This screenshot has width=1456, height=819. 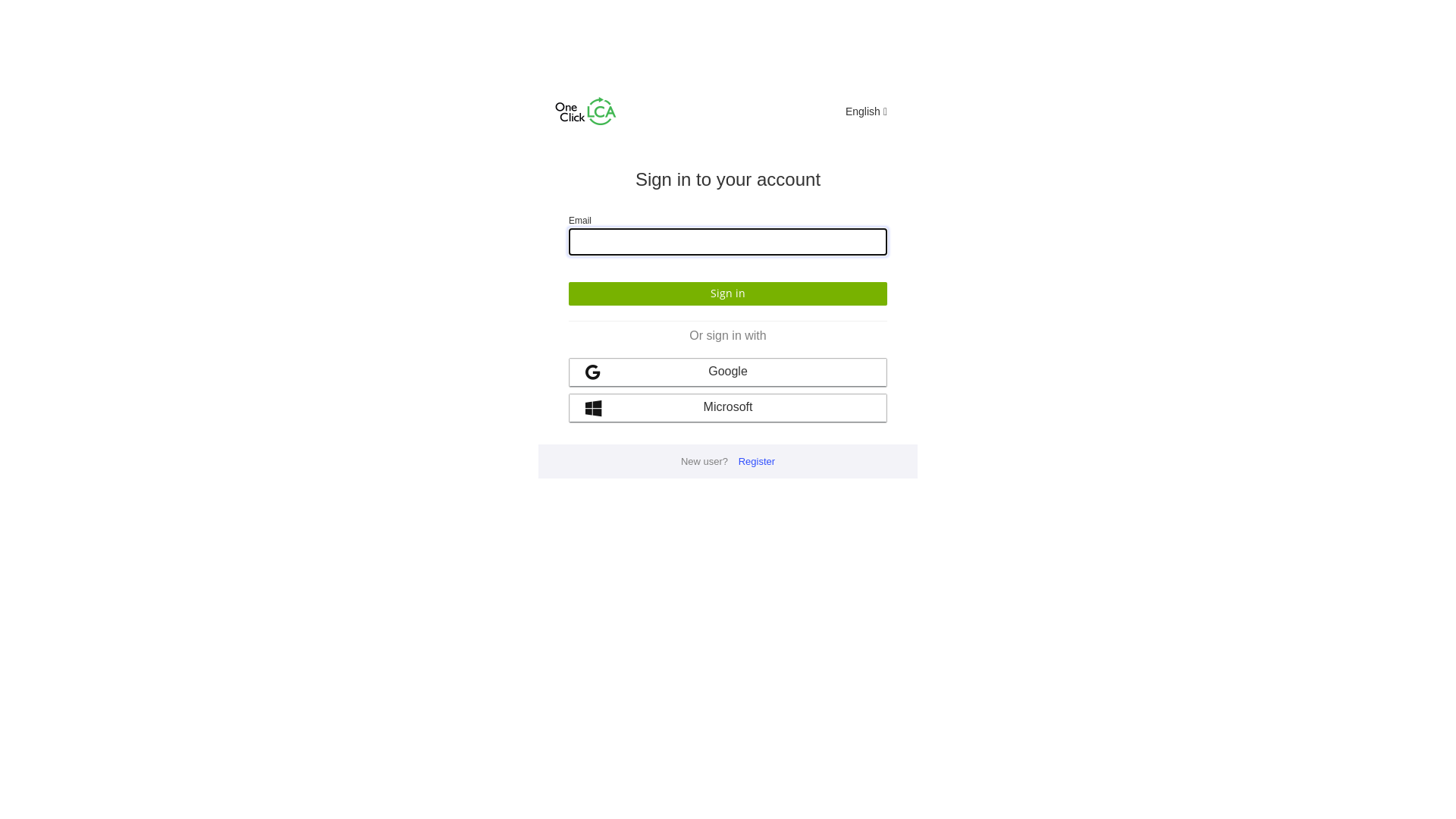 What do you see at coordinates (728, 293) in the screenshot?
I see `'Sign in'` at bounding box center [728, 293].